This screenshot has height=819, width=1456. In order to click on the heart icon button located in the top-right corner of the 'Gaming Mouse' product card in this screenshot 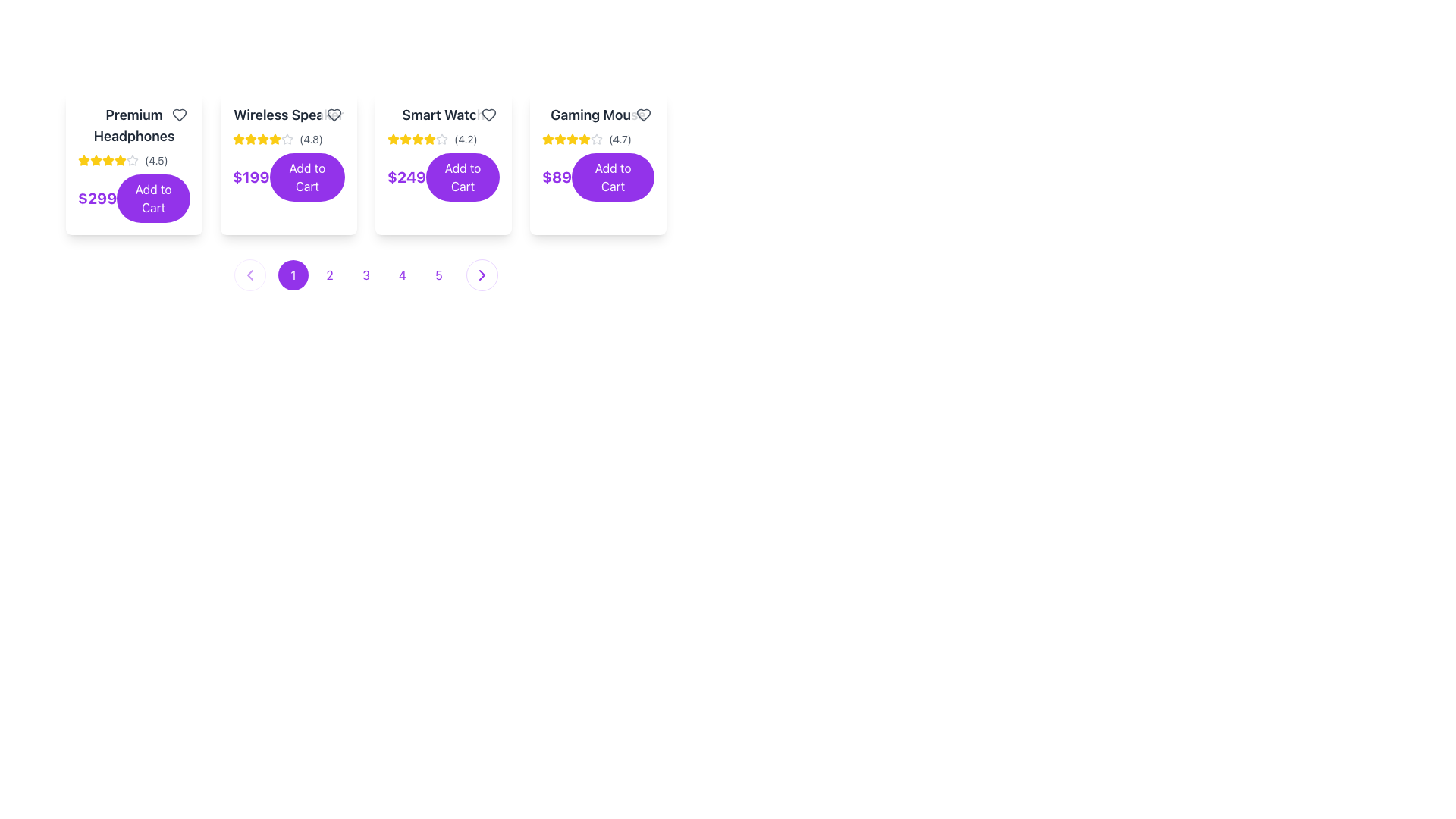, I will do `click(644, 114)`.